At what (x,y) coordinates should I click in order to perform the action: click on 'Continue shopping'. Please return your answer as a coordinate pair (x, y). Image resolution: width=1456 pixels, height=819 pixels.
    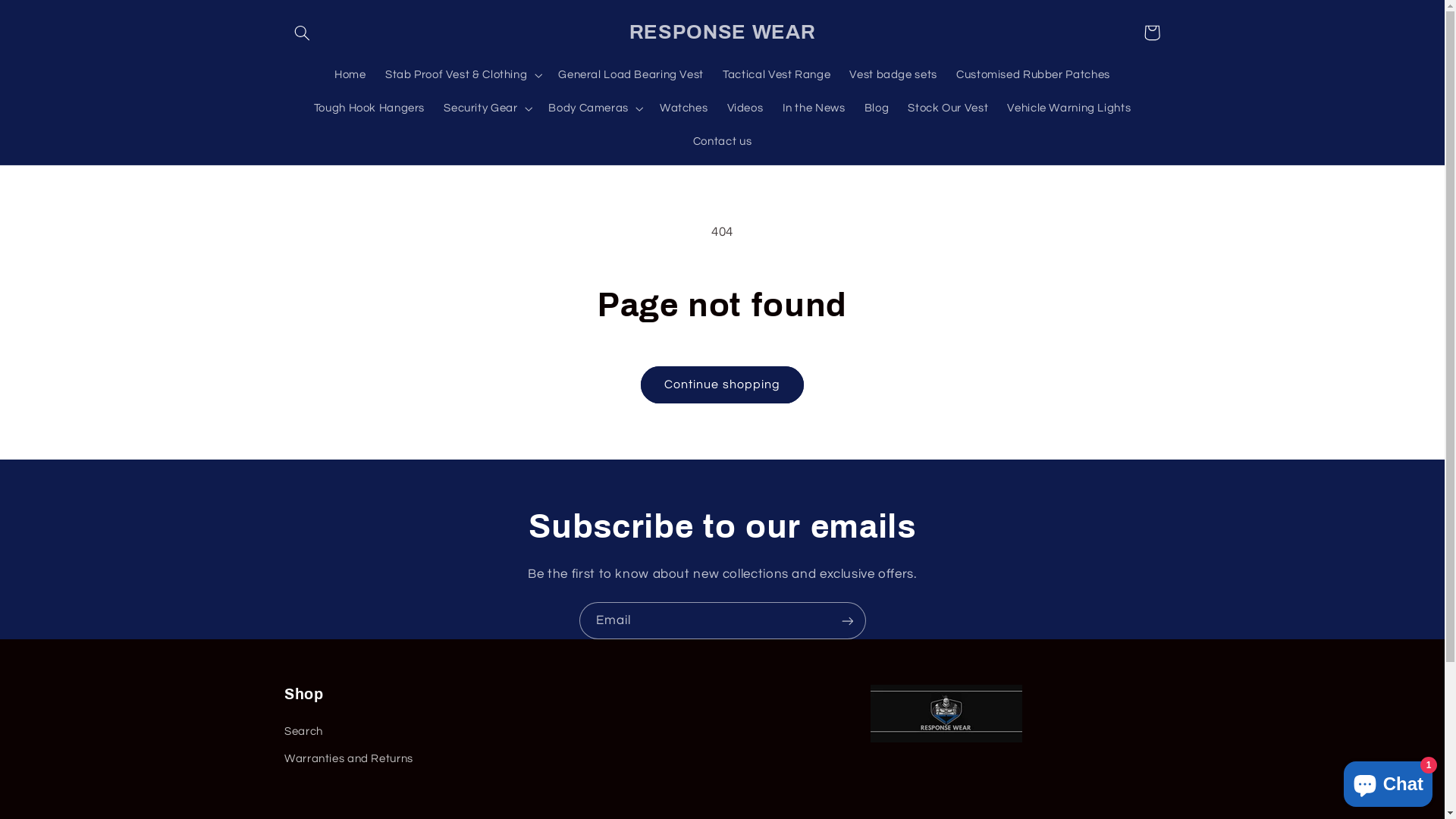
    Looking at the image, I should click on (722, 384).